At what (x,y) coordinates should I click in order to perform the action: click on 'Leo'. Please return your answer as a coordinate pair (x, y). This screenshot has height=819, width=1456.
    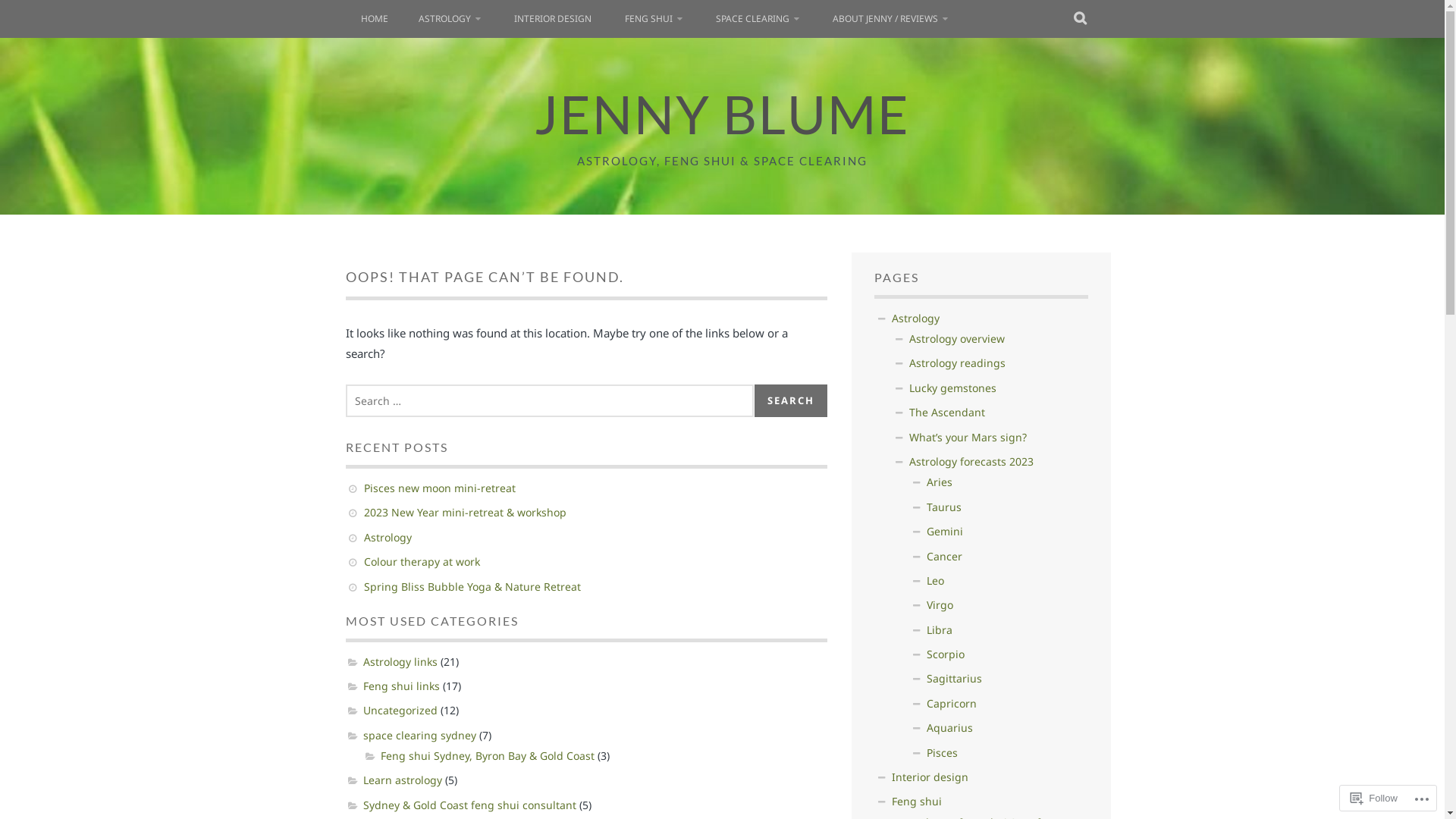
    Looking at the image, I should click on (934, 580).